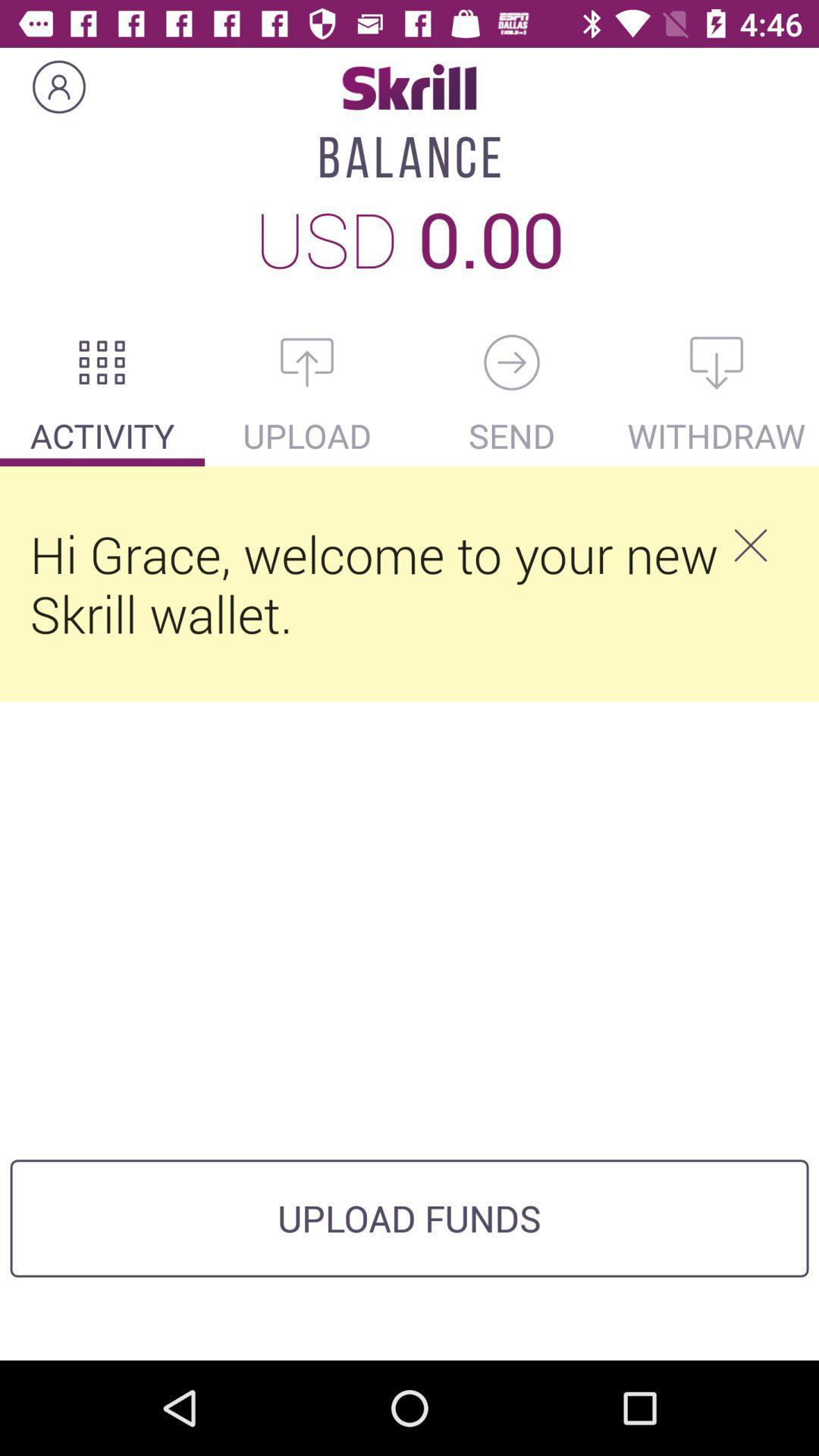 The image size is (819, 1456). What do you see at coordinates (717, 362) in the screenshot?
I see `withdraw balance` at bounding box center [717, 362].